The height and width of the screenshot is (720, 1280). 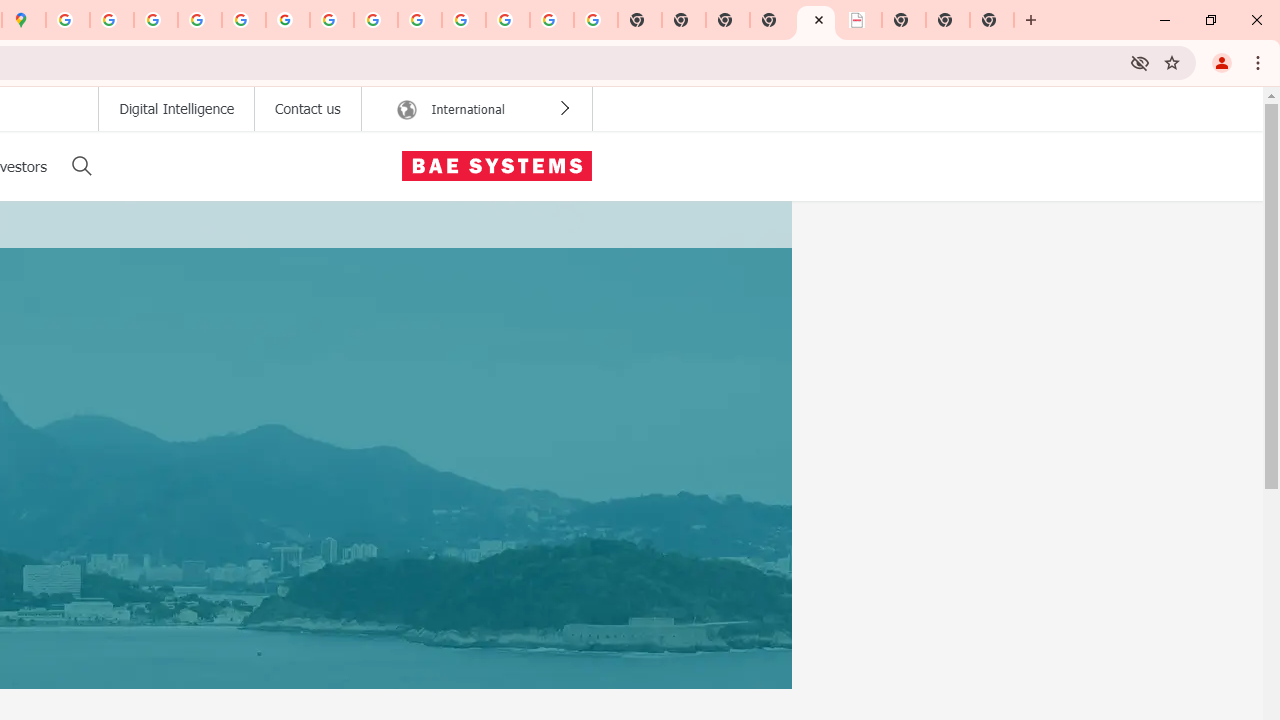 What do you see at coordinates (199, 20) in the screenshot?
I see `'Privacy Help Center - Policies Help'` at bounding box center [199, 20].